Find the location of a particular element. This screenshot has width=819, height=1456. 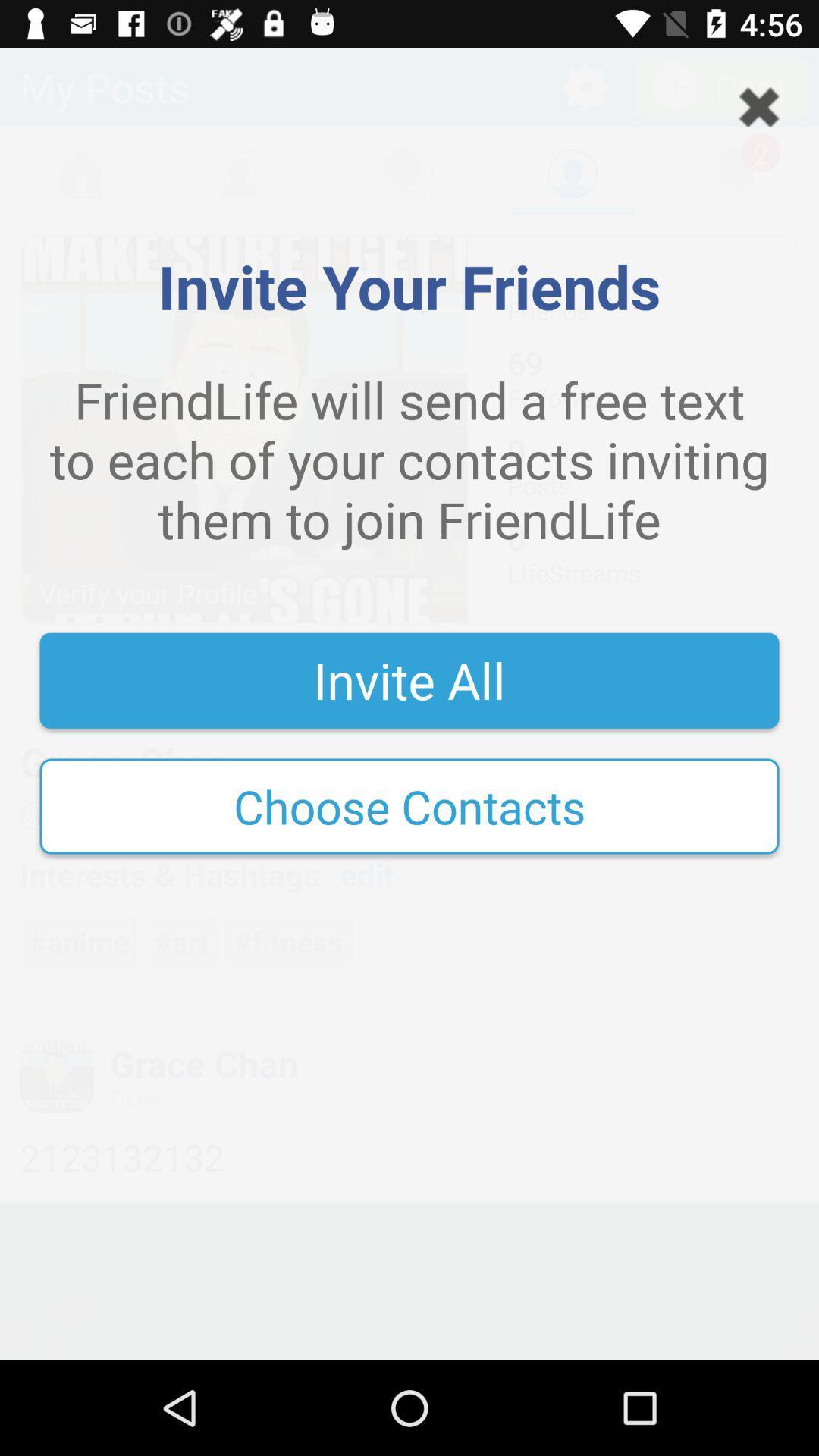

item below the friendlife will send icon is located at coordinates (409, 679).